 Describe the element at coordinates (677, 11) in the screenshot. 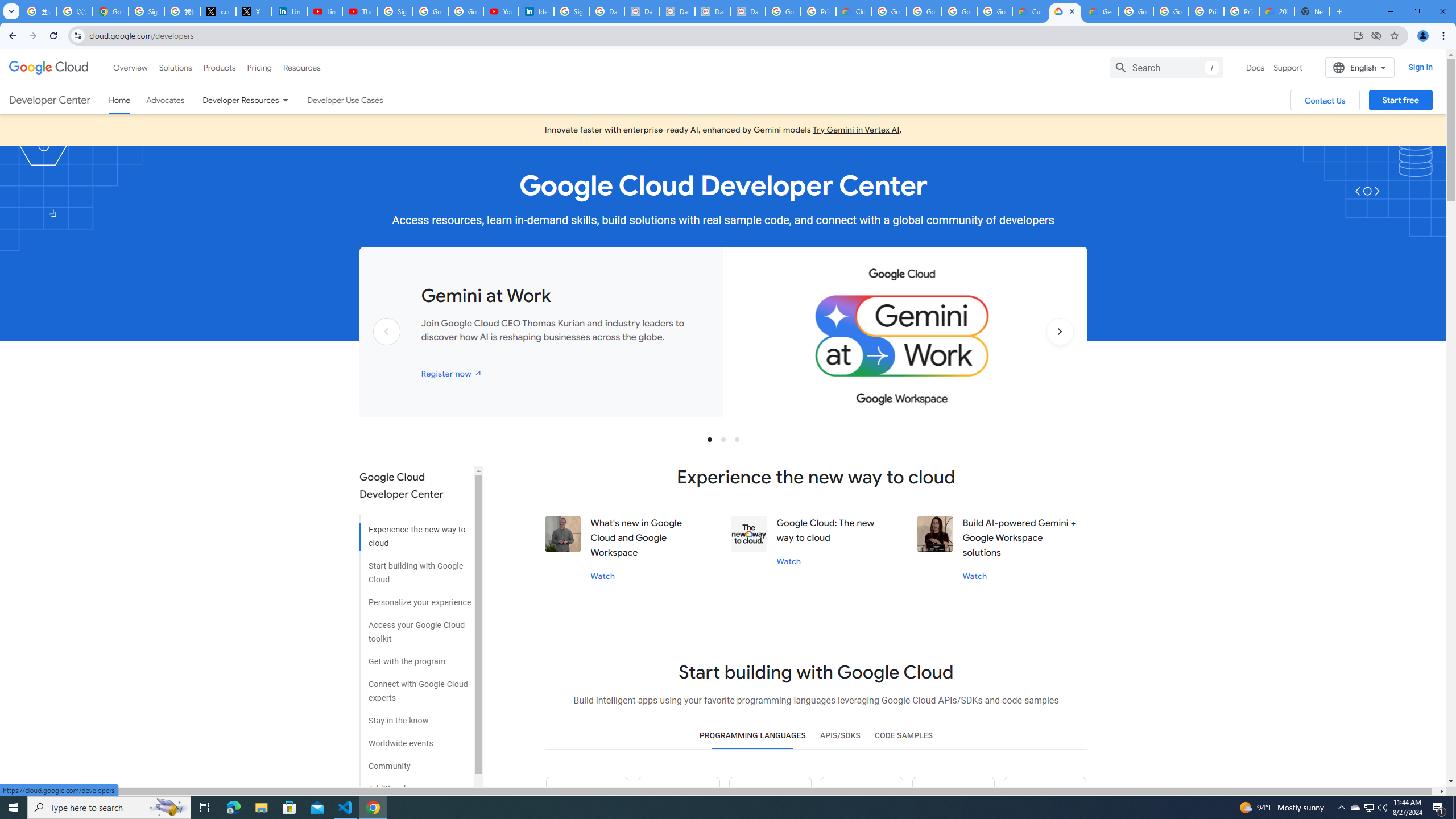

I see `'Data Privacy Framework'` at that location.